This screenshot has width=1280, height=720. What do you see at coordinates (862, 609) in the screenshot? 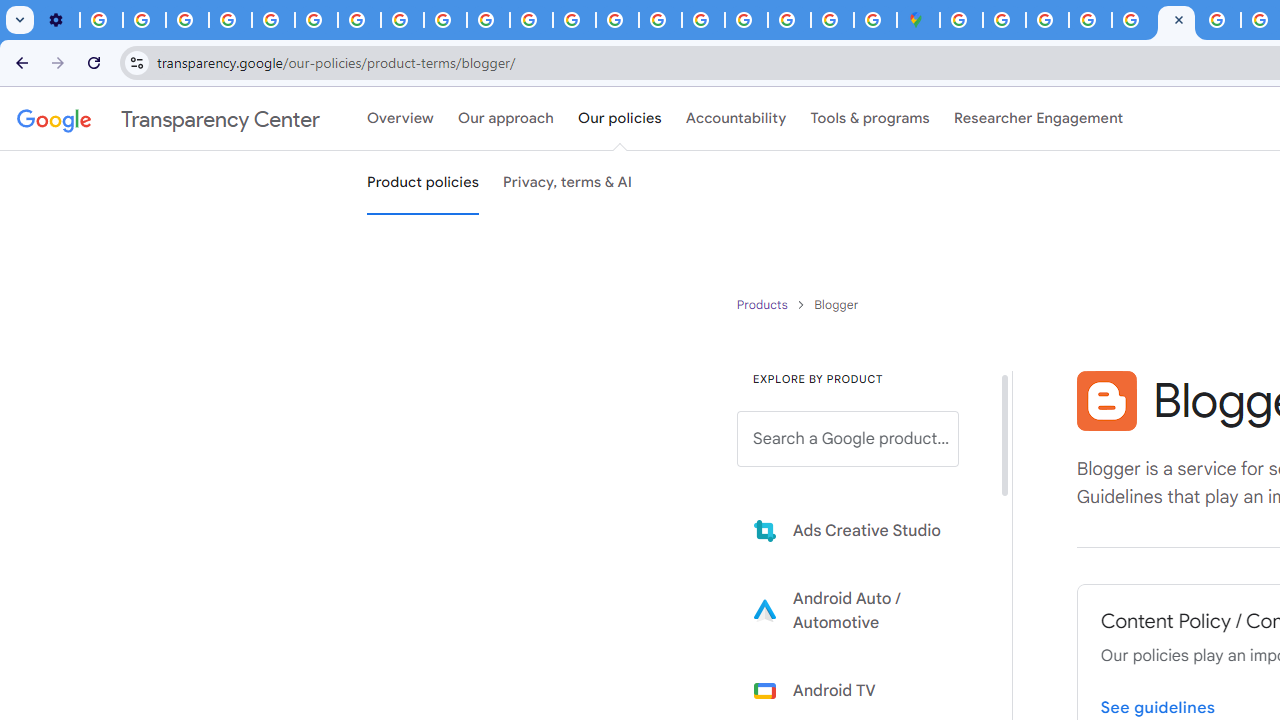
I see `'Learn more about Android Auto'` at bounding box center [862, 609].